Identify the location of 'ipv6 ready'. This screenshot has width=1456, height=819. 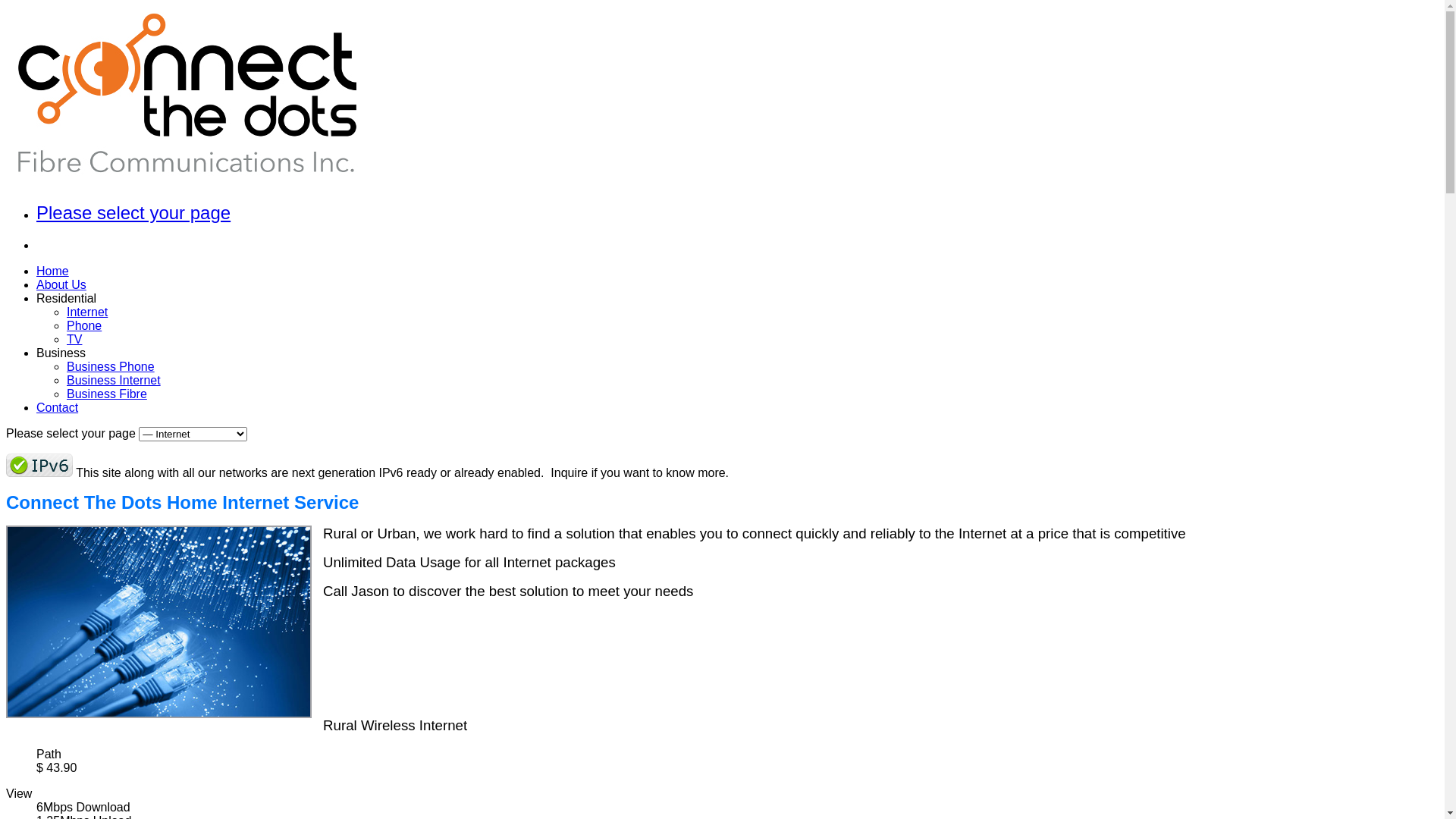
(39, 464).